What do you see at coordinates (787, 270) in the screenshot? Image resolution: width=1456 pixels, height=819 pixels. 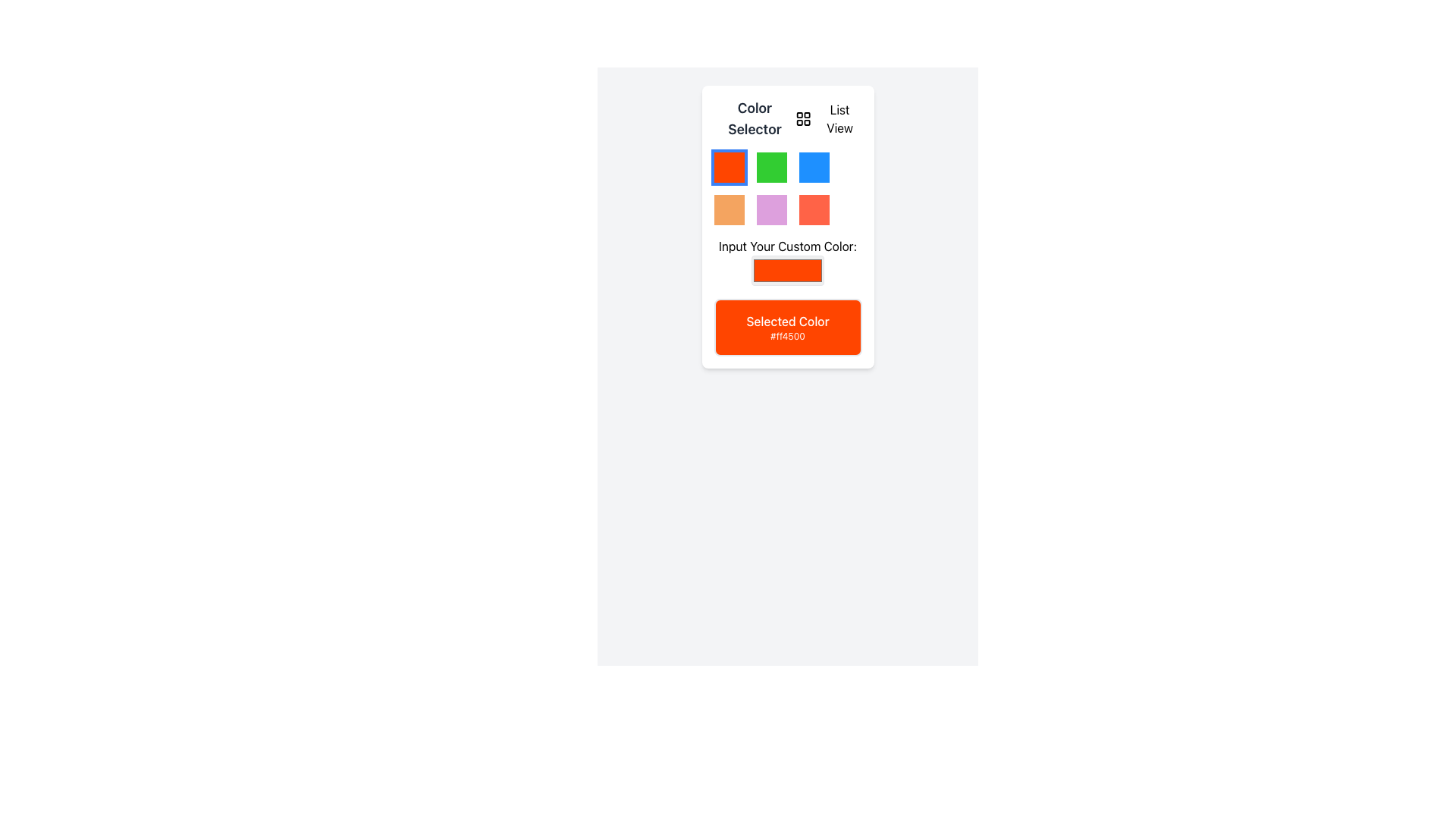 I see `the orange color input field with a gray border located in the 'Input Your Custom Color:' section` at bounding box center [787, 270].